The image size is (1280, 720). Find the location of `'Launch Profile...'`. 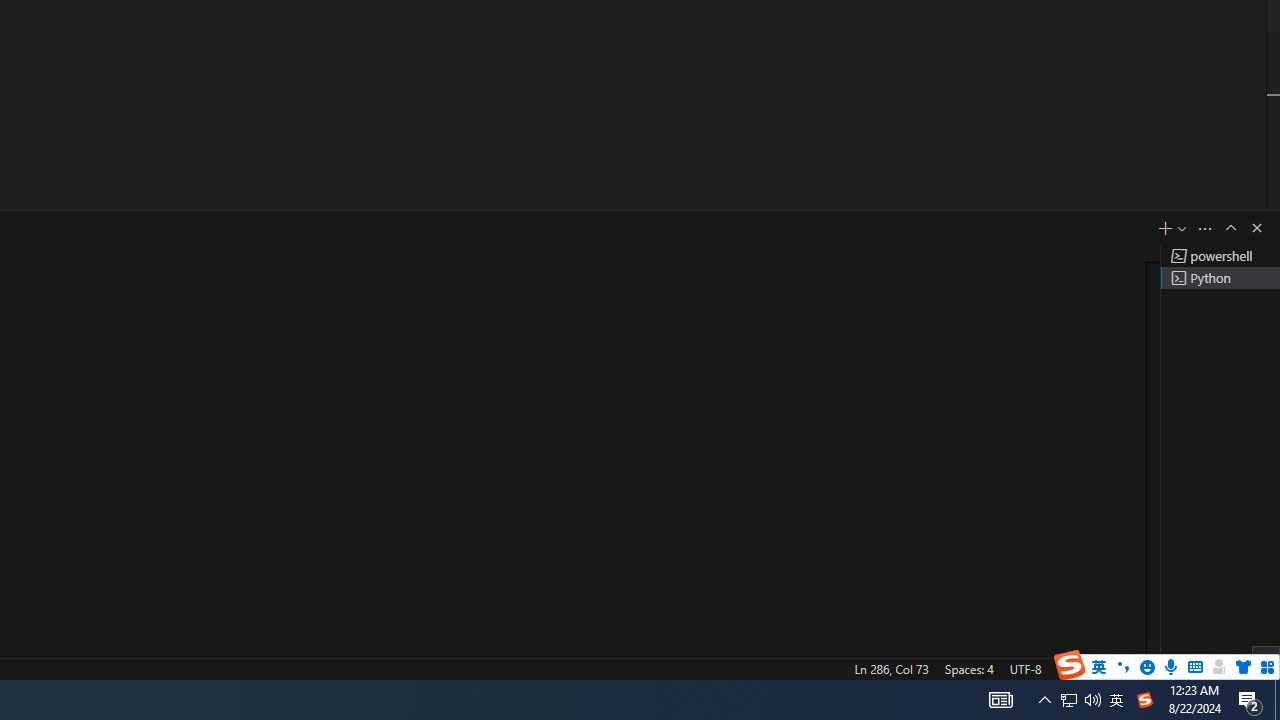

'Launch Profile...' is located at coordinates (1182, 227).